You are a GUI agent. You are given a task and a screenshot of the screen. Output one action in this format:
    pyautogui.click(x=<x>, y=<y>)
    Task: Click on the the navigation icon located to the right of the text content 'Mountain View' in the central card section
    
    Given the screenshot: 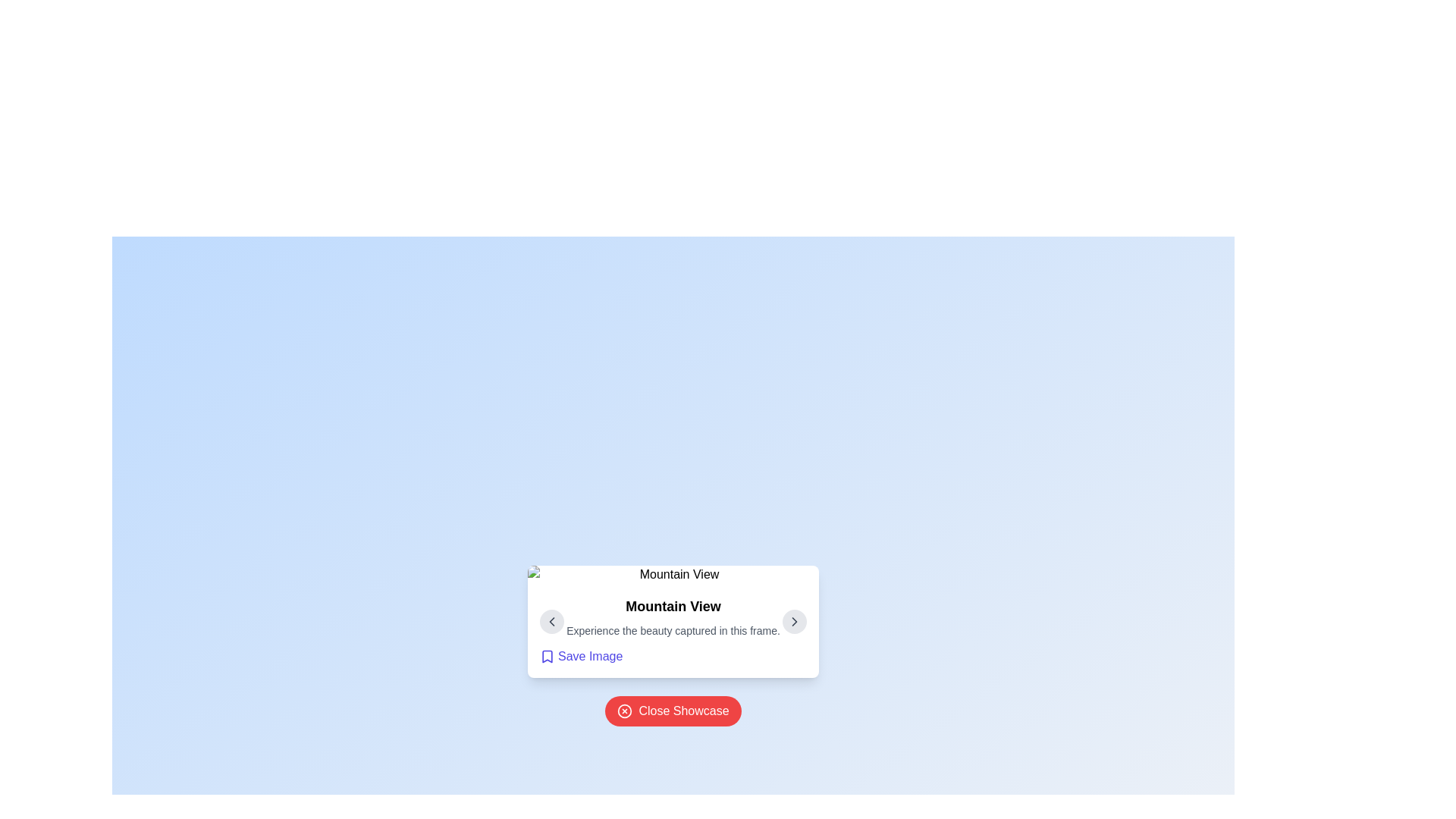 What is the action you would take?
    pyautogui.click(x=793, y=622)
    